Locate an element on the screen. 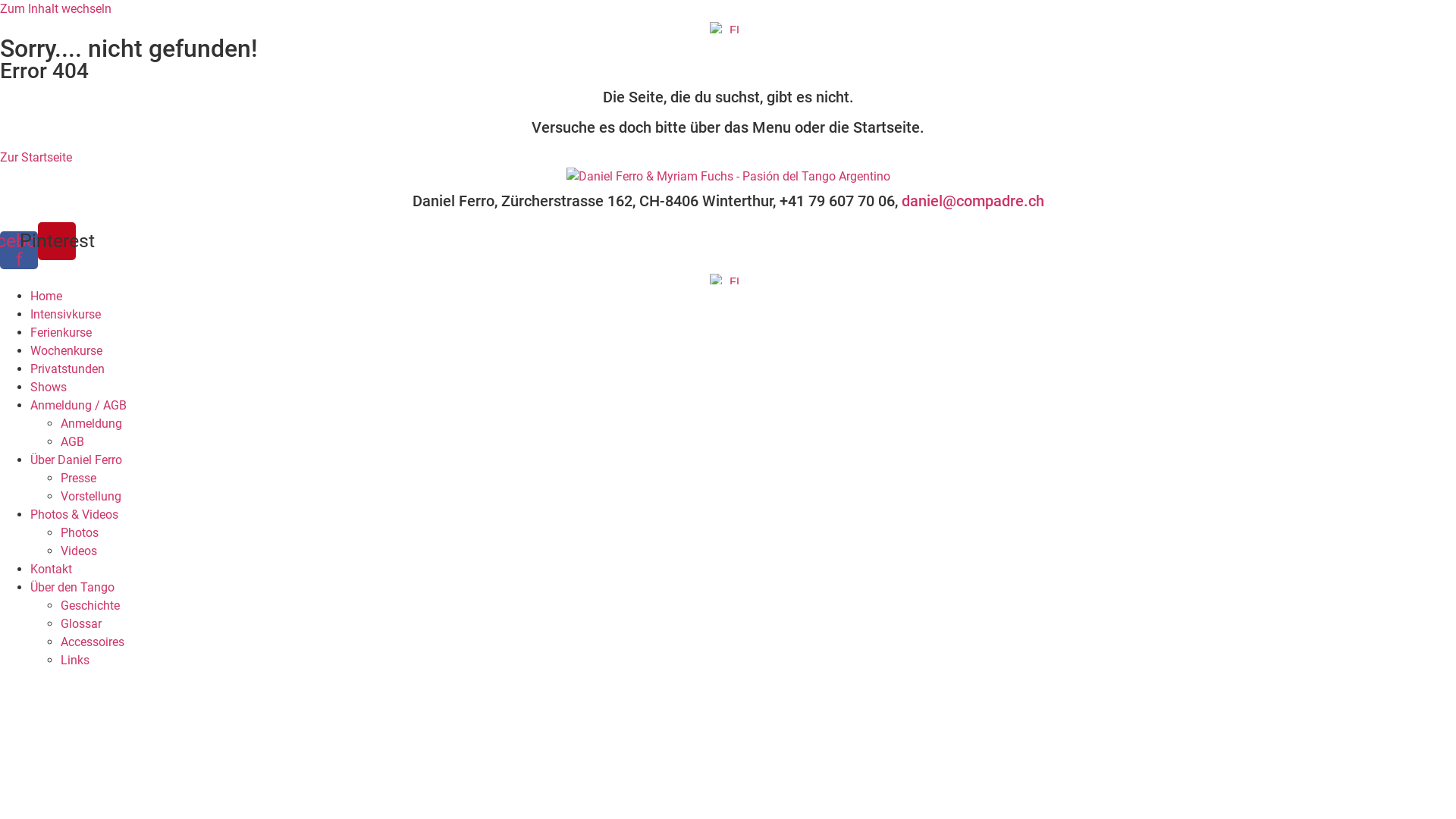 This screenshot has width=1456, height=819. 'Videos' is located at coordinates (78, 551).